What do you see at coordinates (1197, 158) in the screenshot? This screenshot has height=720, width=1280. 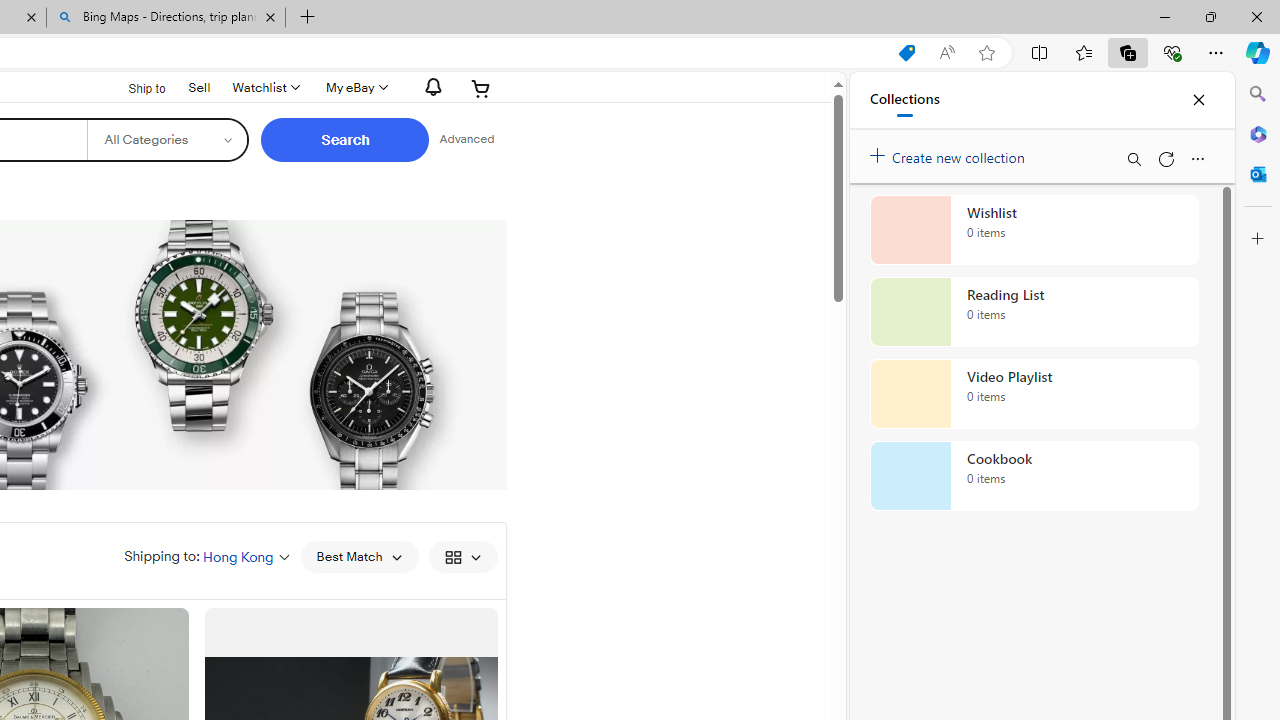 I see `'More options menu'` at bounding box center [1197, 158].